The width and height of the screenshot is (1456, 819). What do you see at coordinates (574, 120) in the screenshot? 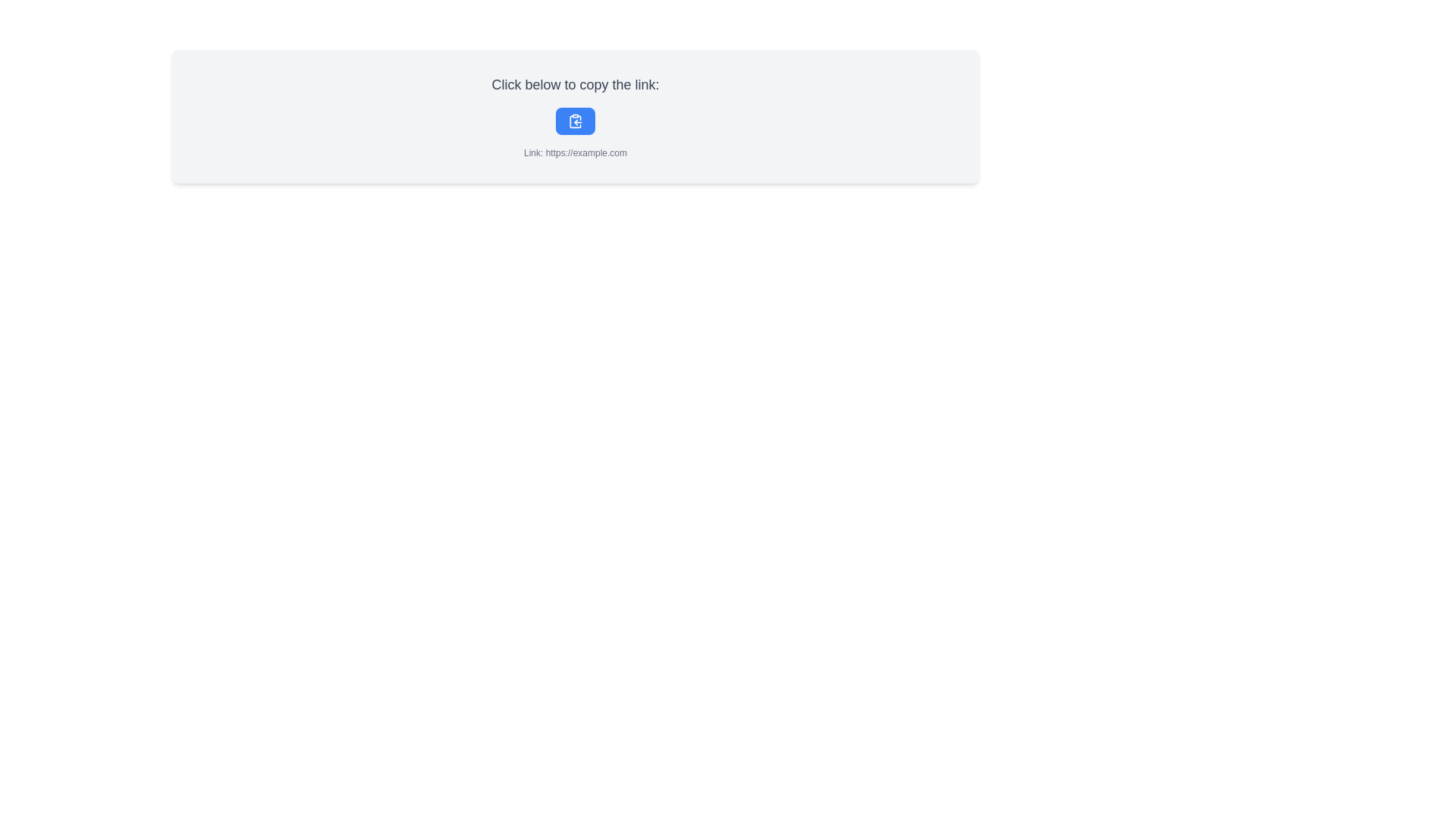
I see `the small clipboard icon with a copy symbol, which is styled in blue and white tones, located within a blue button below the text 'Click below to copy the link:' and above the hyperlink 'https://example.com.'` at bounding box center [574, 120].